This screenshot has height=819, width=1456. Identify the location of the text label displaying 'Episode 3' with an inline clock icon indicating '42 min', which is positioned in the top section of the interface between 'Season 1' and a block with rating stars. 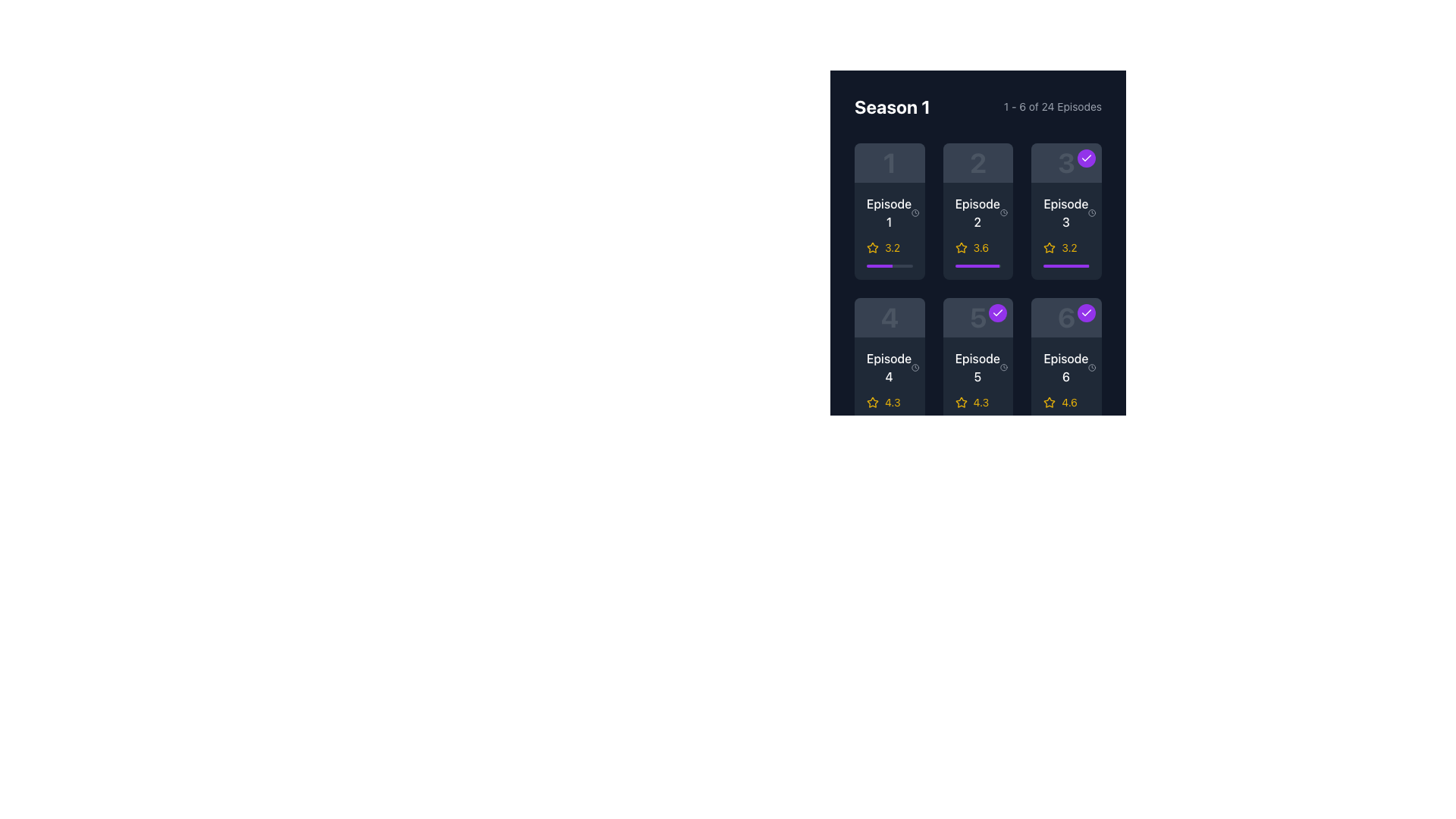
(1065, 213).